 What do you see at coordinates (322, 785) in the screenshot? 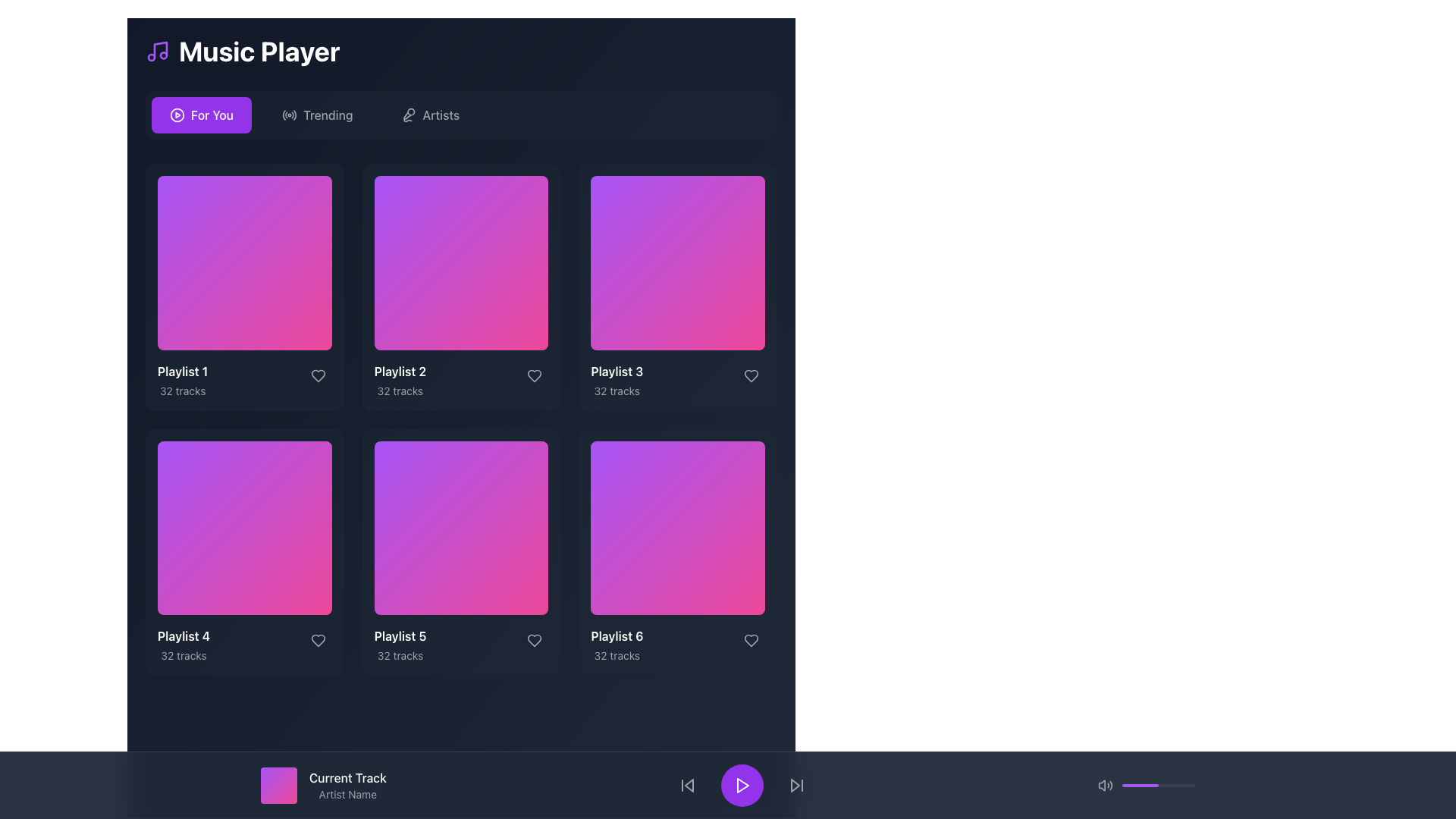
I see `the informational display that shows the song's cover art and track details, including the title 'Current Track' and artist name, located at the bottom left of the playback controls` at bounding box center [322, 785].